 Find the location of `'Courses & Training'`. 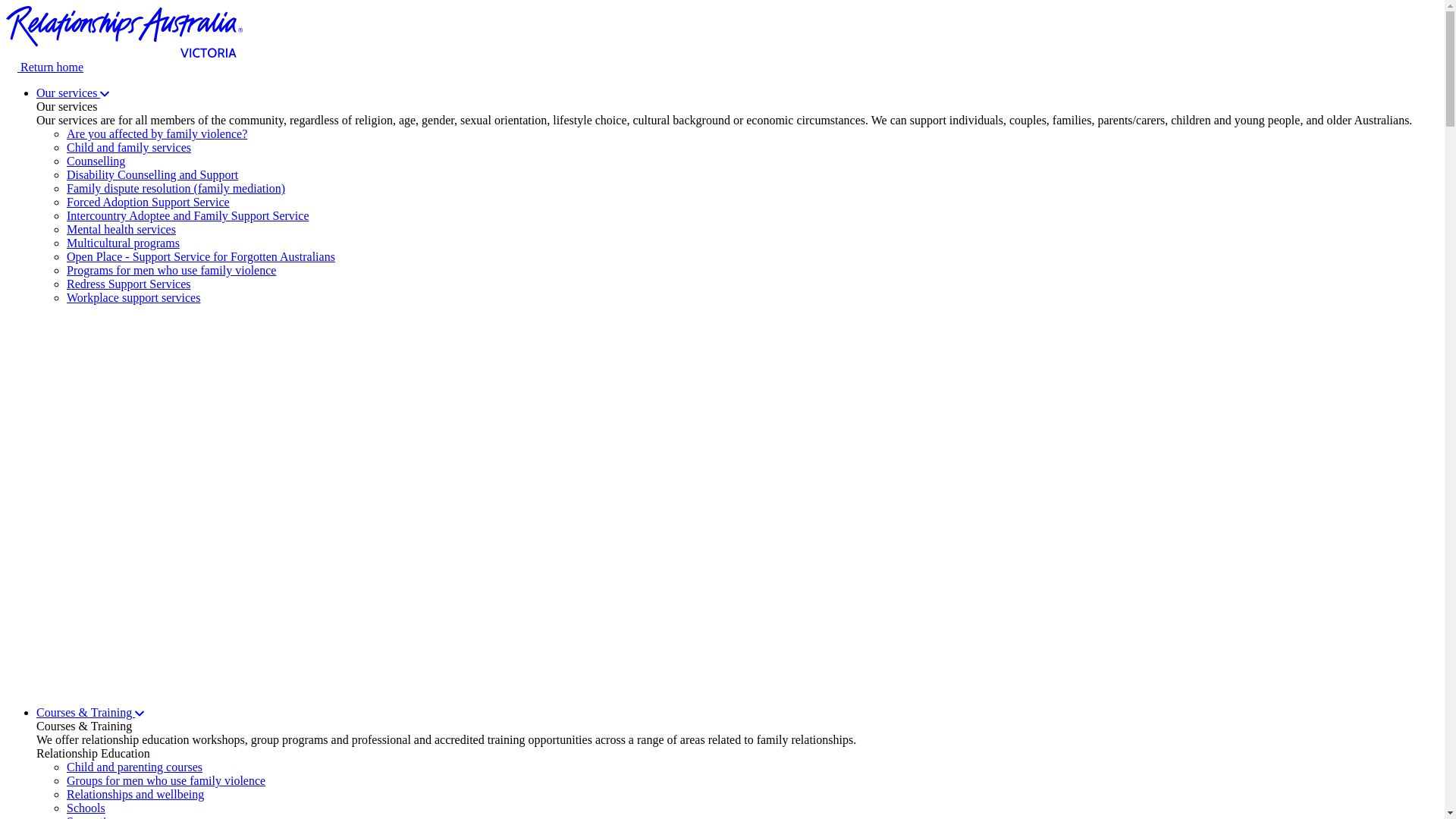

'Courses & Training' is located at coordinates (89, 712).